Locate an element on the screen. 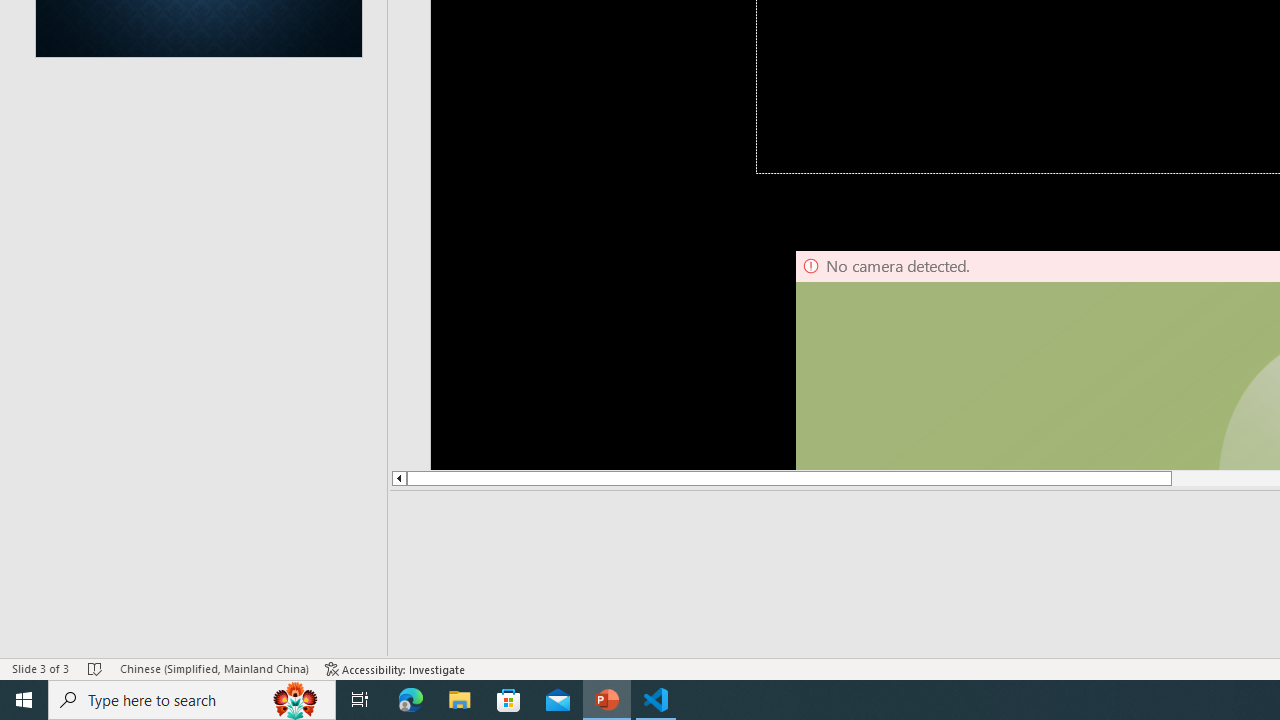  'Spell Check No Errors' is located at coordinates (95, 669).